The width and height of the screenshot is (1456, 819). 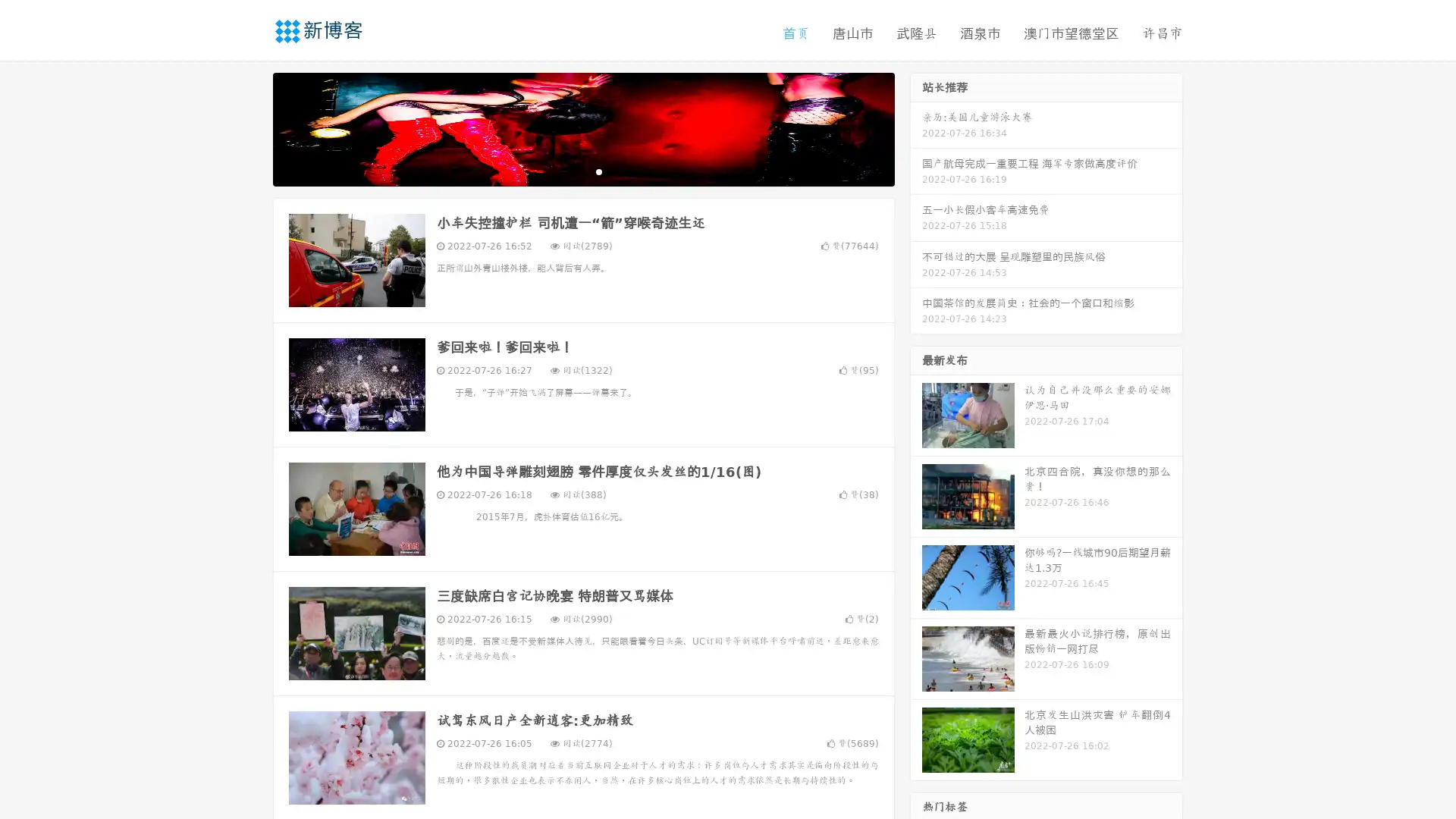 What do you see at coordinates (582, 171) in the screenshot?
I see `Go to slide 2` at bounding box center [582, 171].